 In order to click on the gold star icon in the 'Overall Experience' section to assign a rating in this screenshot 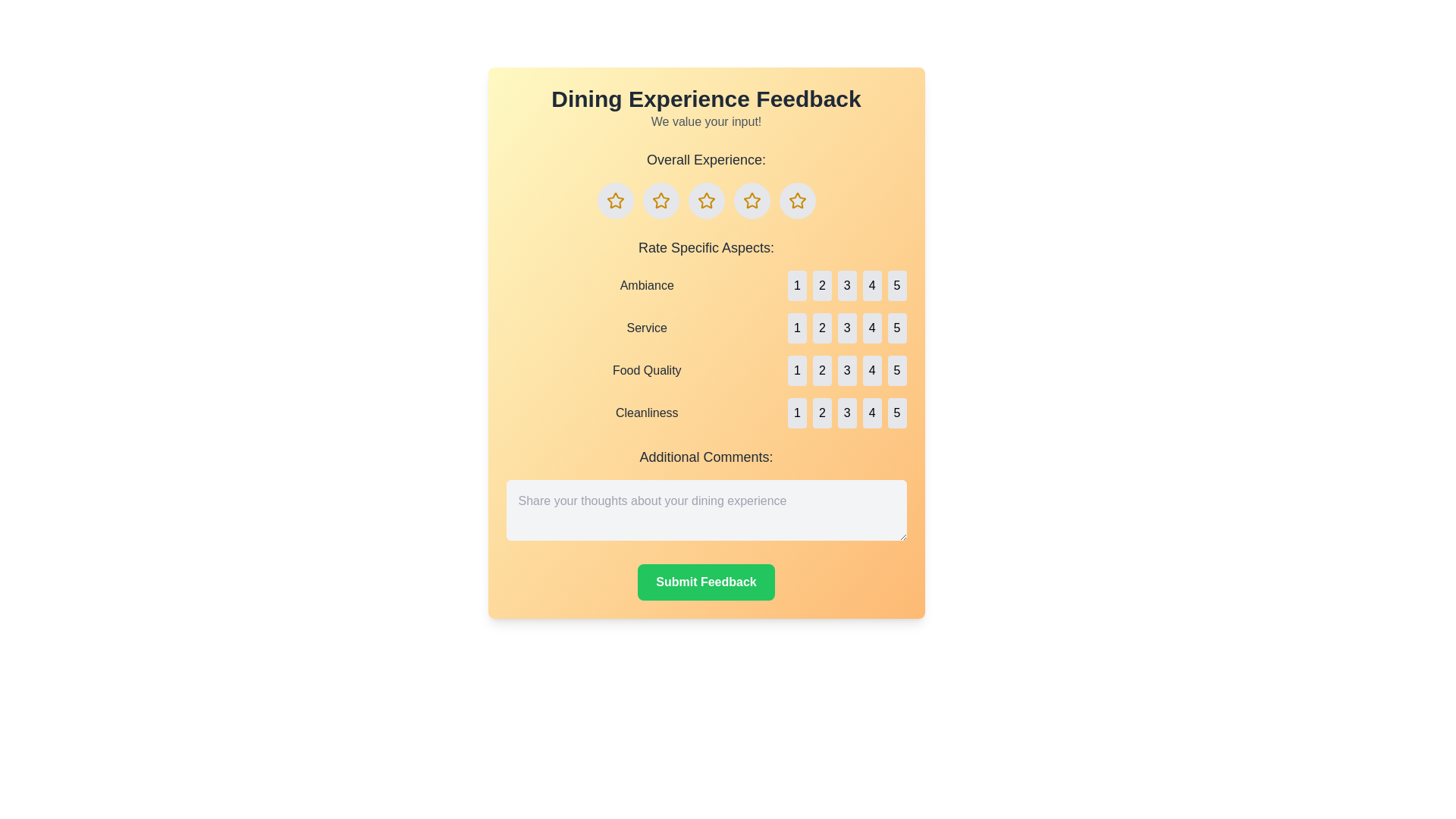, I will do `click(705, 200)`.